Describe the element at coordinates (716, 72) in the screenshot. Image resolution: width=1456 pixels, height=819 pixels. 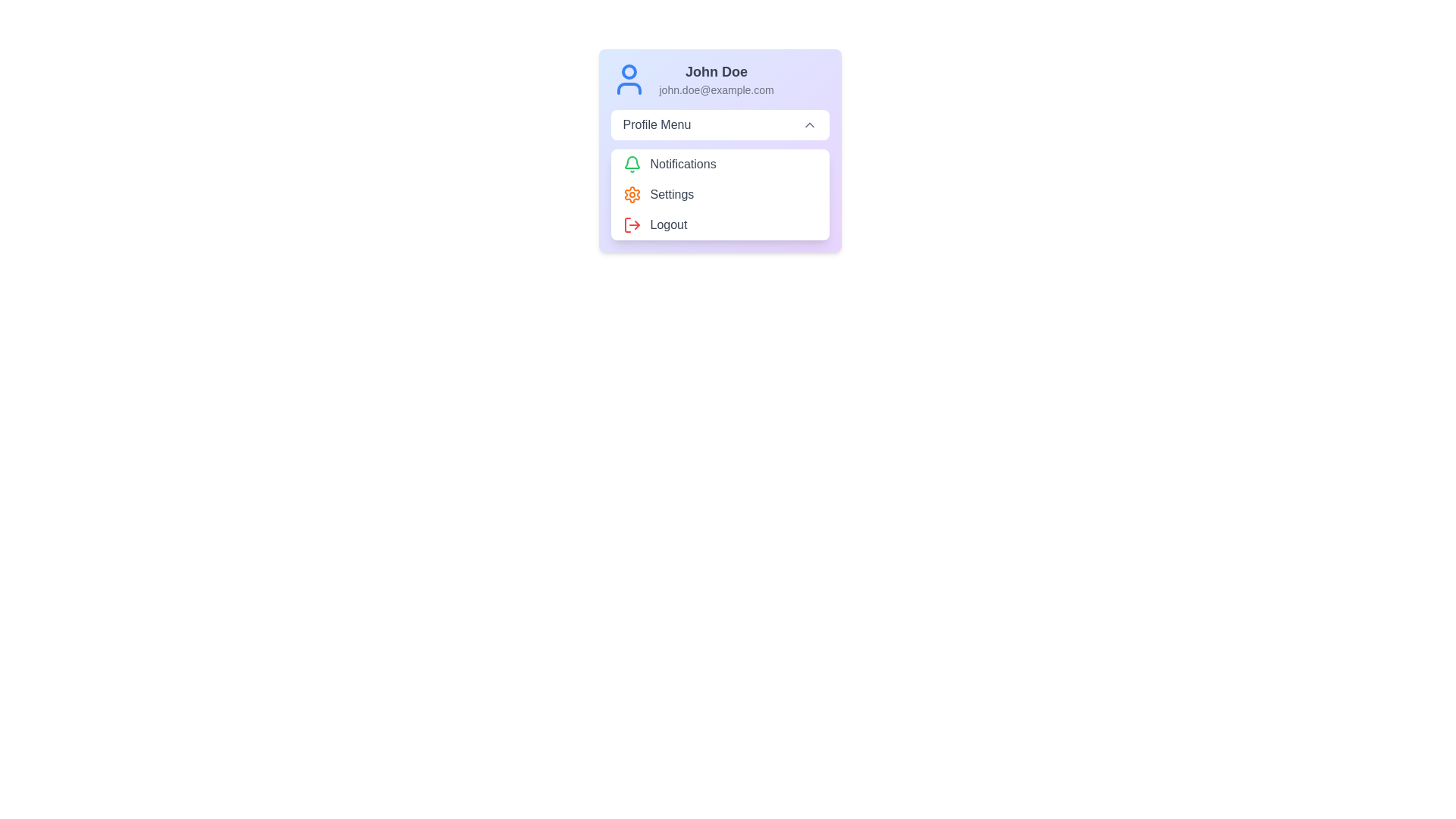
I see `the static text label element displaying 'John Doe' at the top of the user profile card interface` at that location.